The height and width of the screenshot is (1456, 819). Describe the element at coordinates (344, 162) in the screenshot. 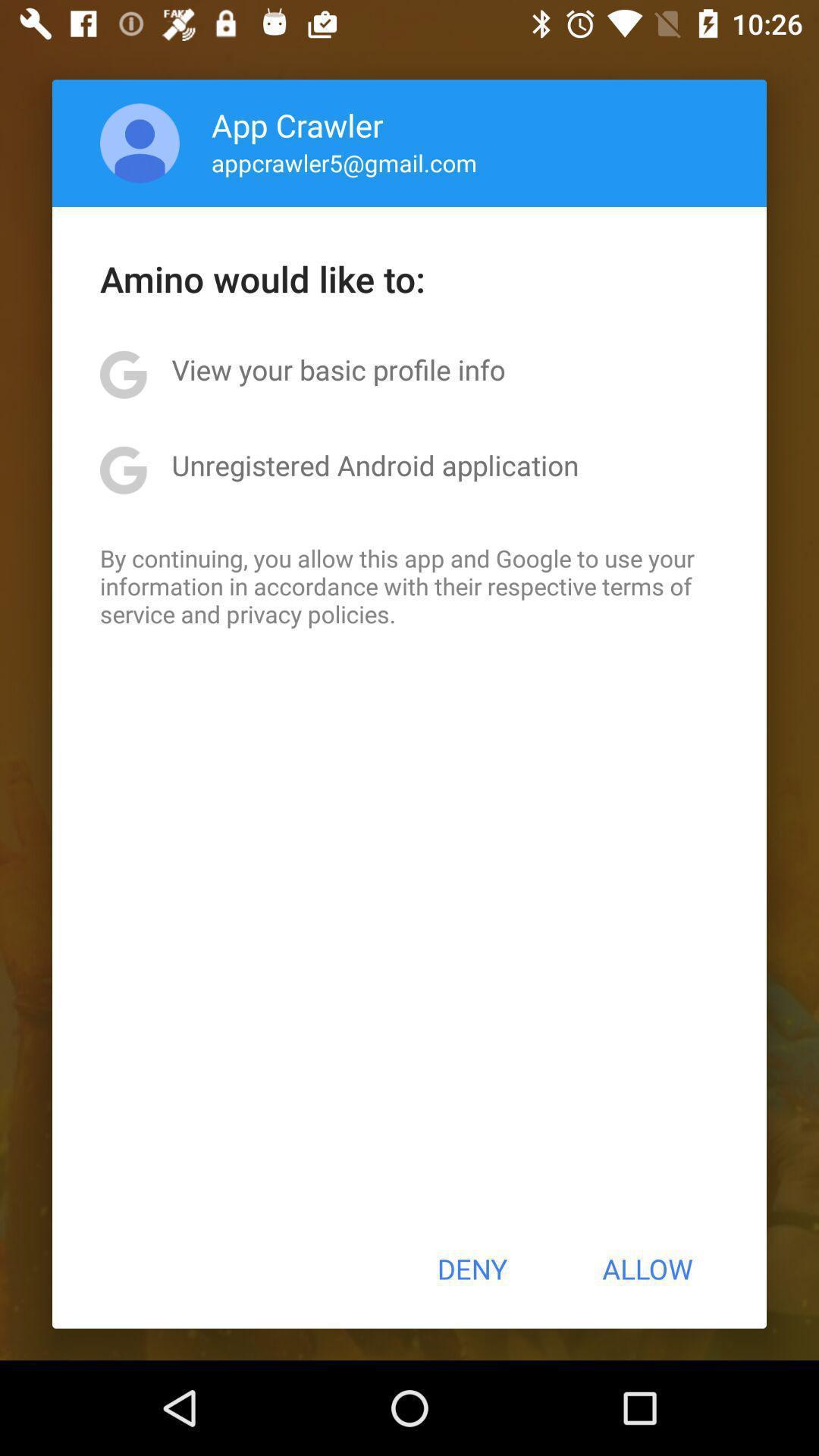

I see `appcrawler5@gmail.com app` at that location.